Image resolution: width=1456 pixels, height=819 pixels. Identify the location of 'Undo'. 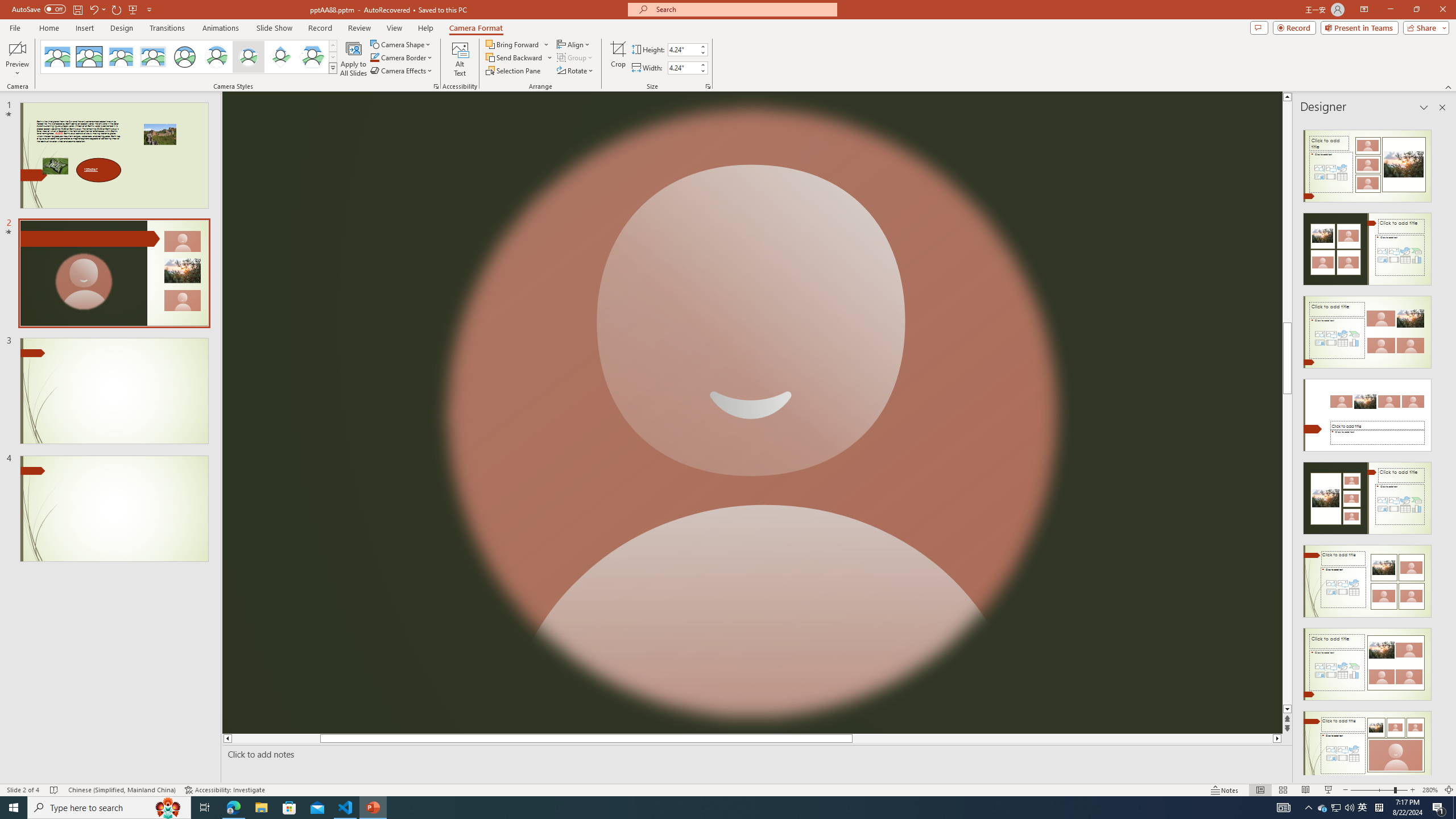
(93, 9).